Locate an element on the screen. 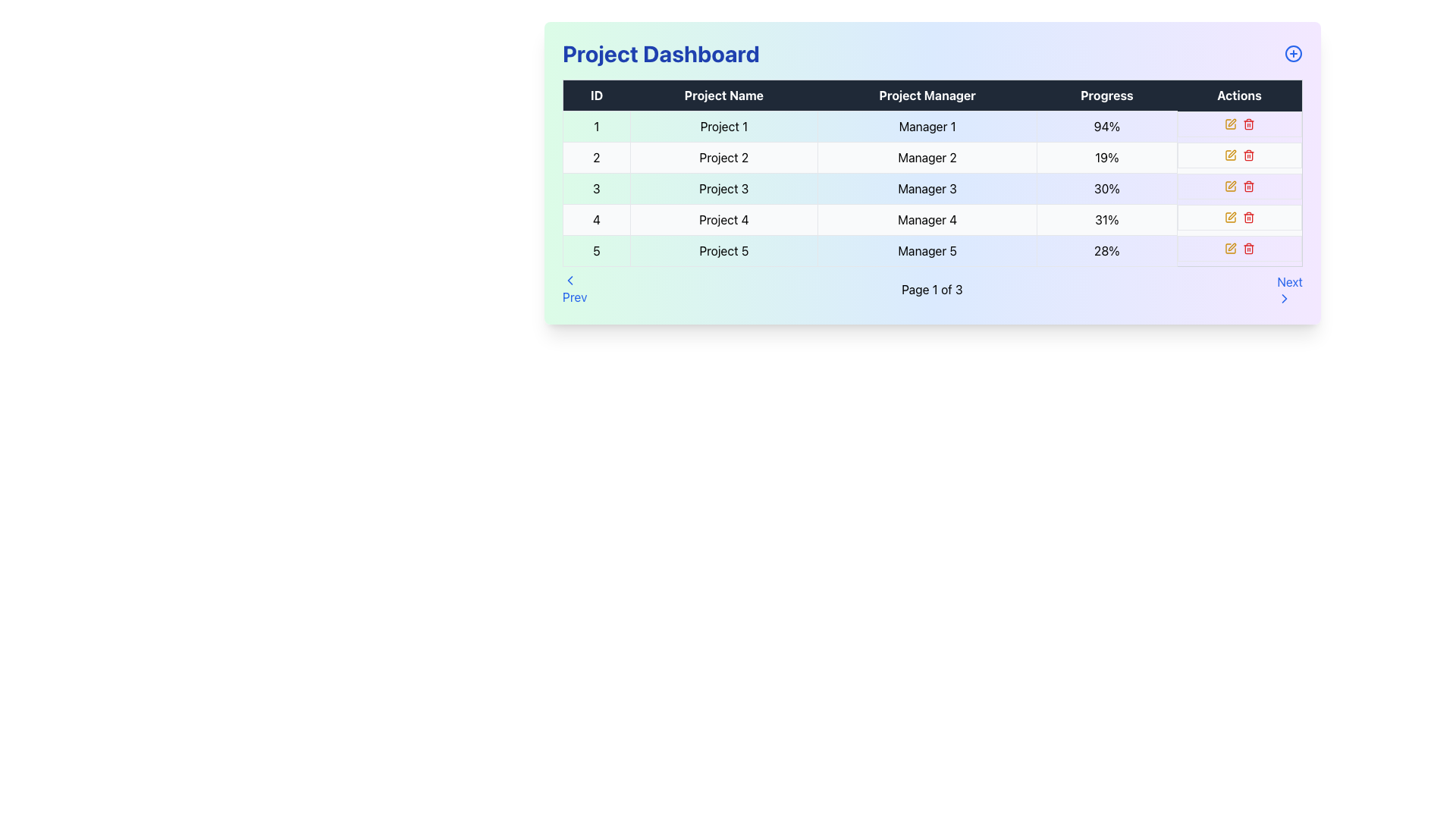  the Text Display element that shows the project name in the third row of the table, located in the 'Project Name' column is located at coordinates (723, 188).